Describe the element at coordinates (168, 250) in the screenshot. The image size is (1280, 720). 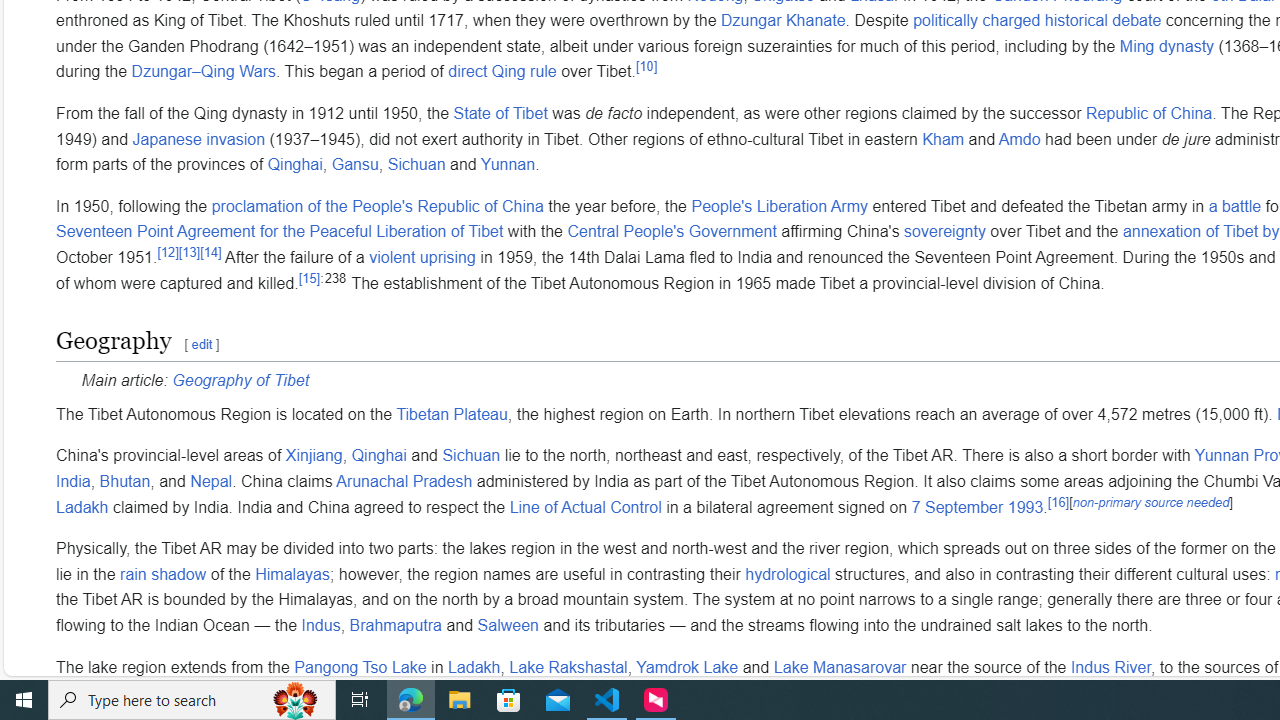
I see `'[12]'` at that location.